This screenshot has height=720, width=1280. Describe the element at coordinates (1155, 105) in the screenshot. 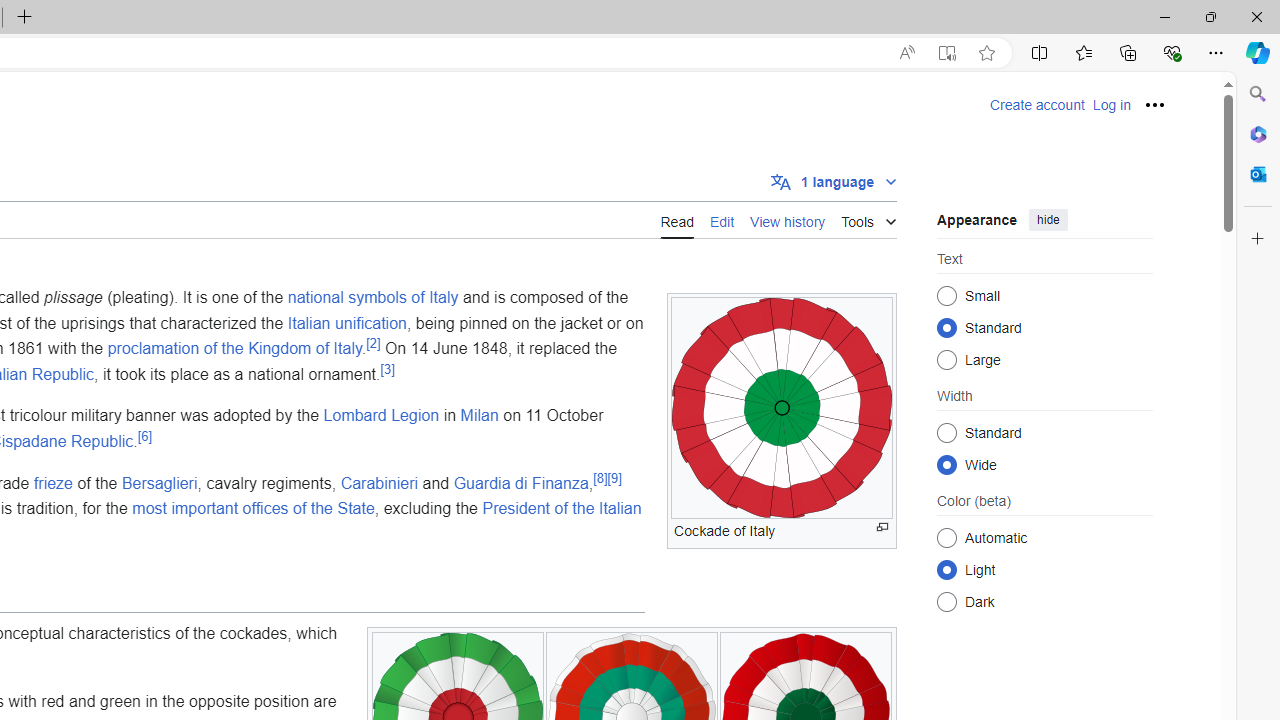

I see `'Personal tools'` at that location.